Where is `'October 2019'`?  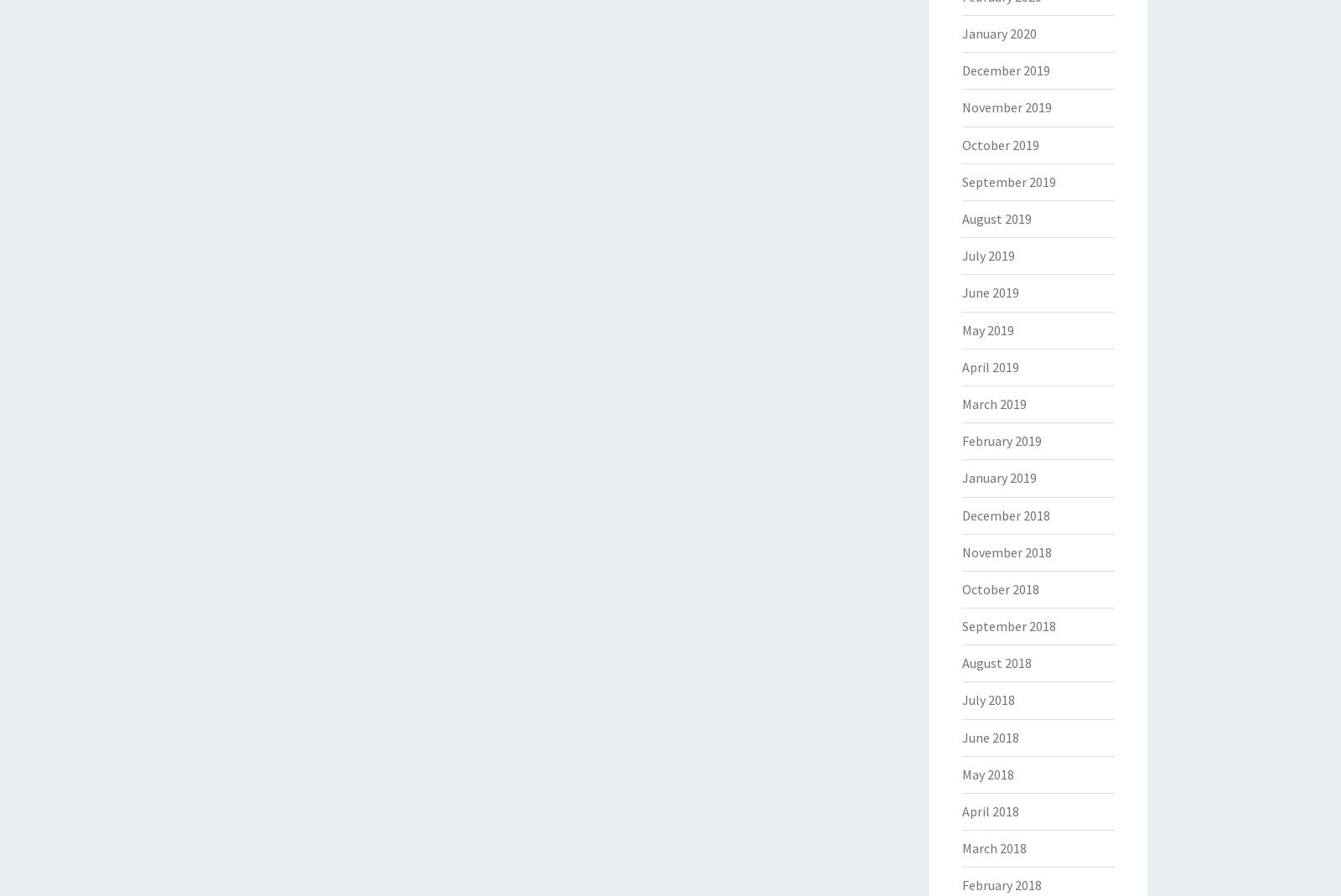 'October 2019' is located at coordinates (999, 144).